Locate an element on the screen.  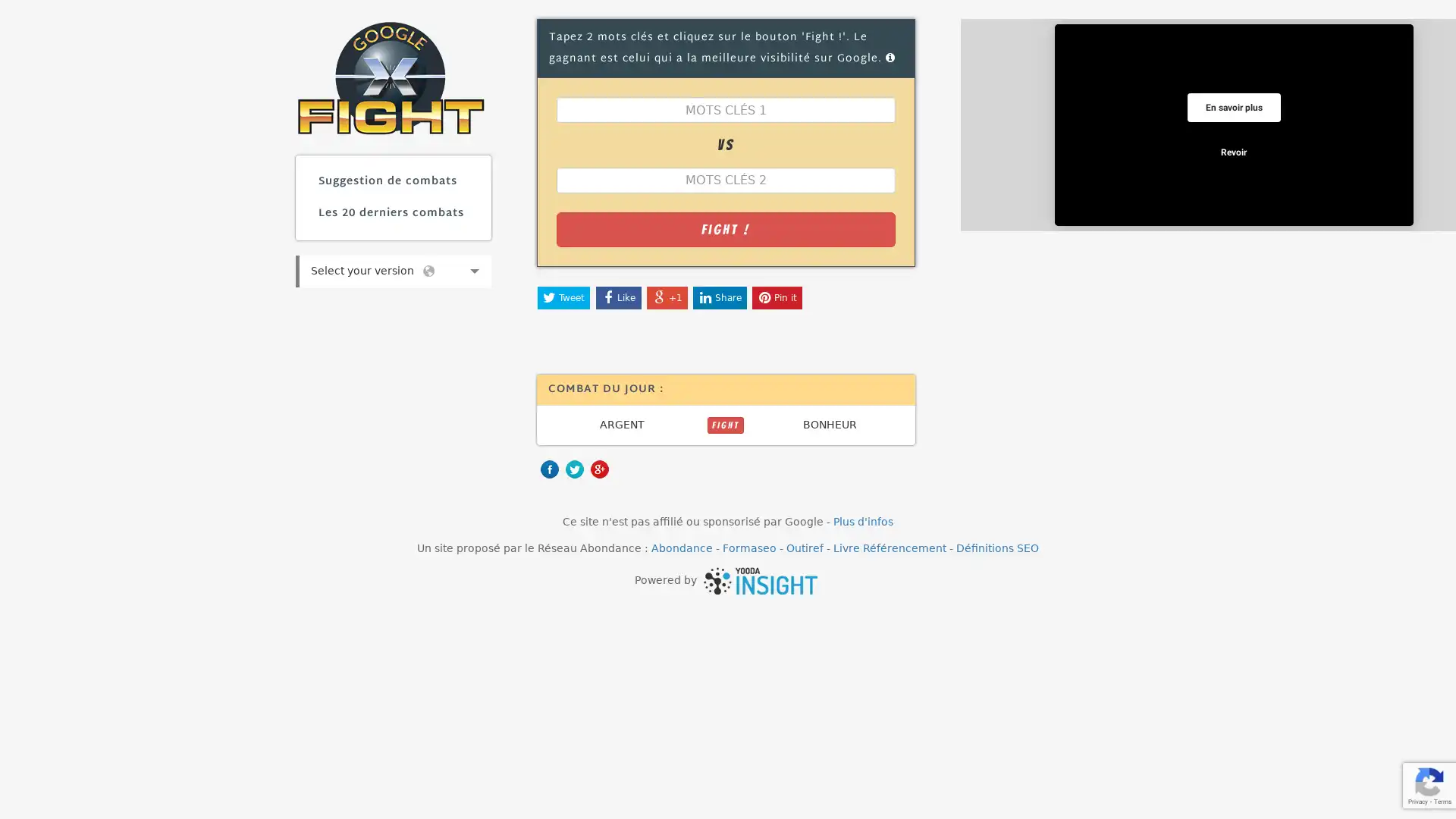
FIGHT is located at coordinates (724, 424).